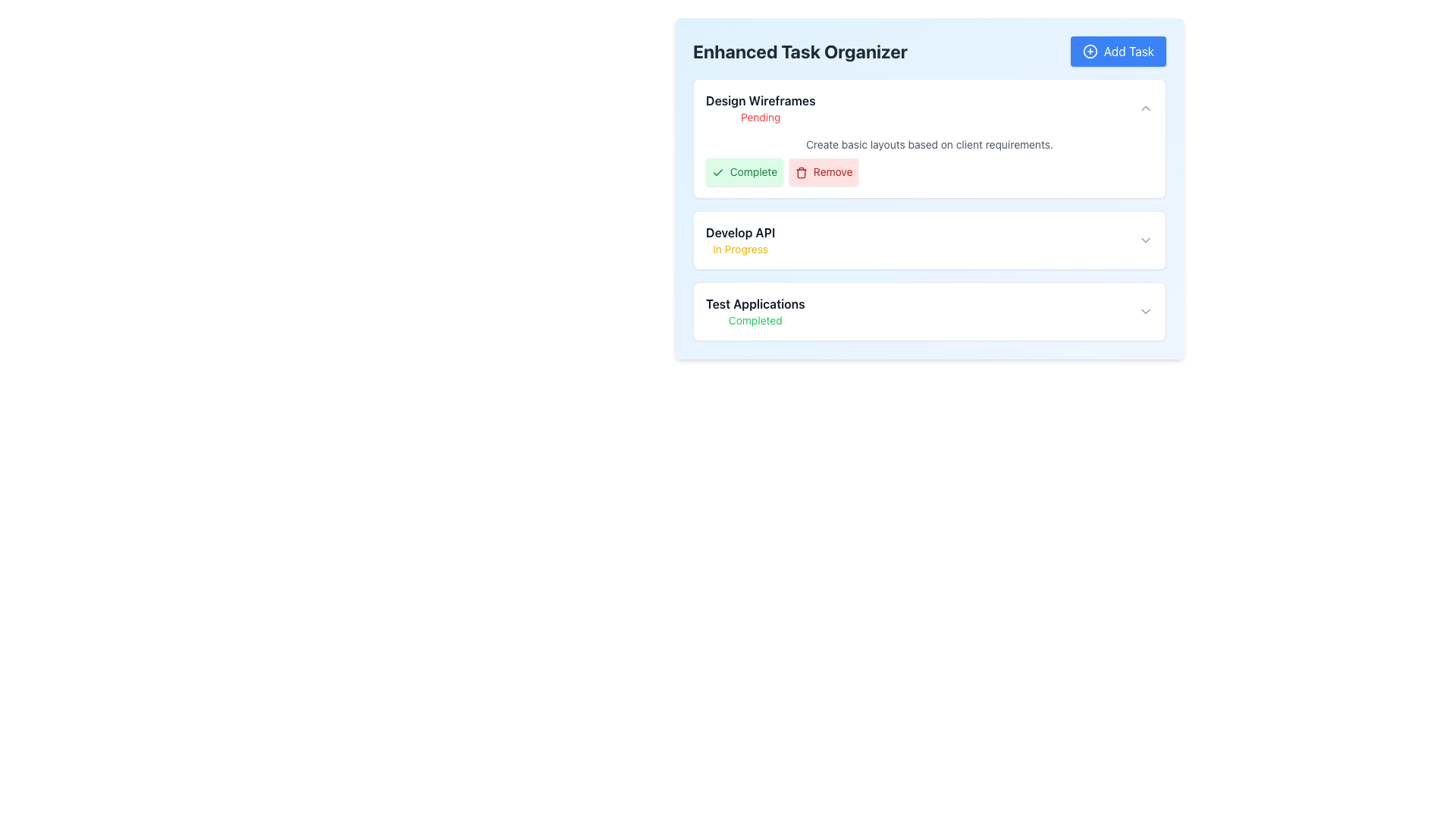 The height and width of the screenshot is (819, 1456). What do you see at coordinates (740, 248) in the screenshot?
I see `the 'In Progress' text label, which is styled in yellow and serves as a status indicator located below the 'Develop API' task entry` at bounding box center [740, 248].